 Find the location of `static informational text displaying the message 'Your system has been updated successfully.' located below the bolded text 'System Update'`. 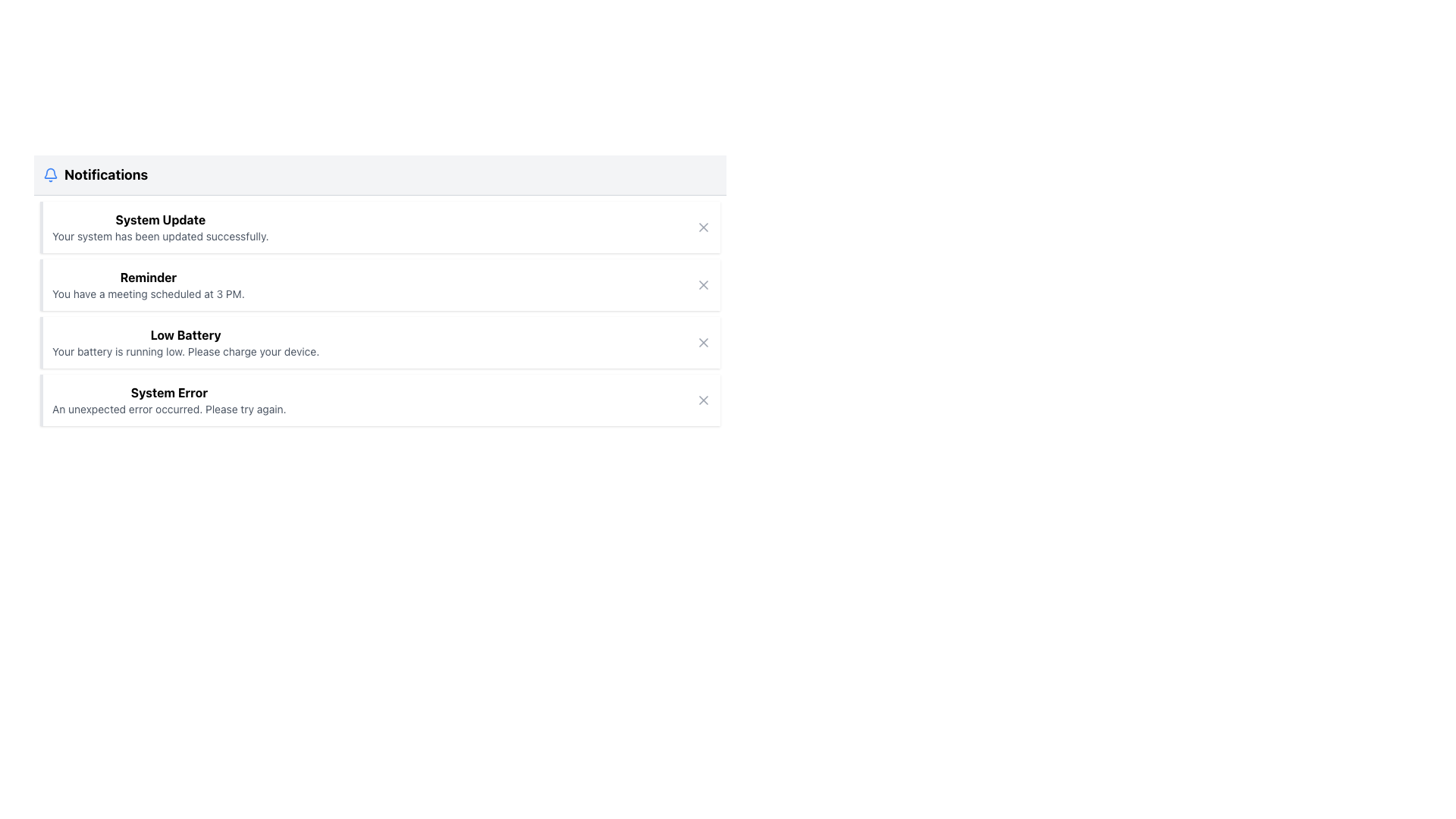

static informational text displaying the message 'Your system has been updated successfully.' located below the bolded text 'System Update' is located at coordinates (160, 237).